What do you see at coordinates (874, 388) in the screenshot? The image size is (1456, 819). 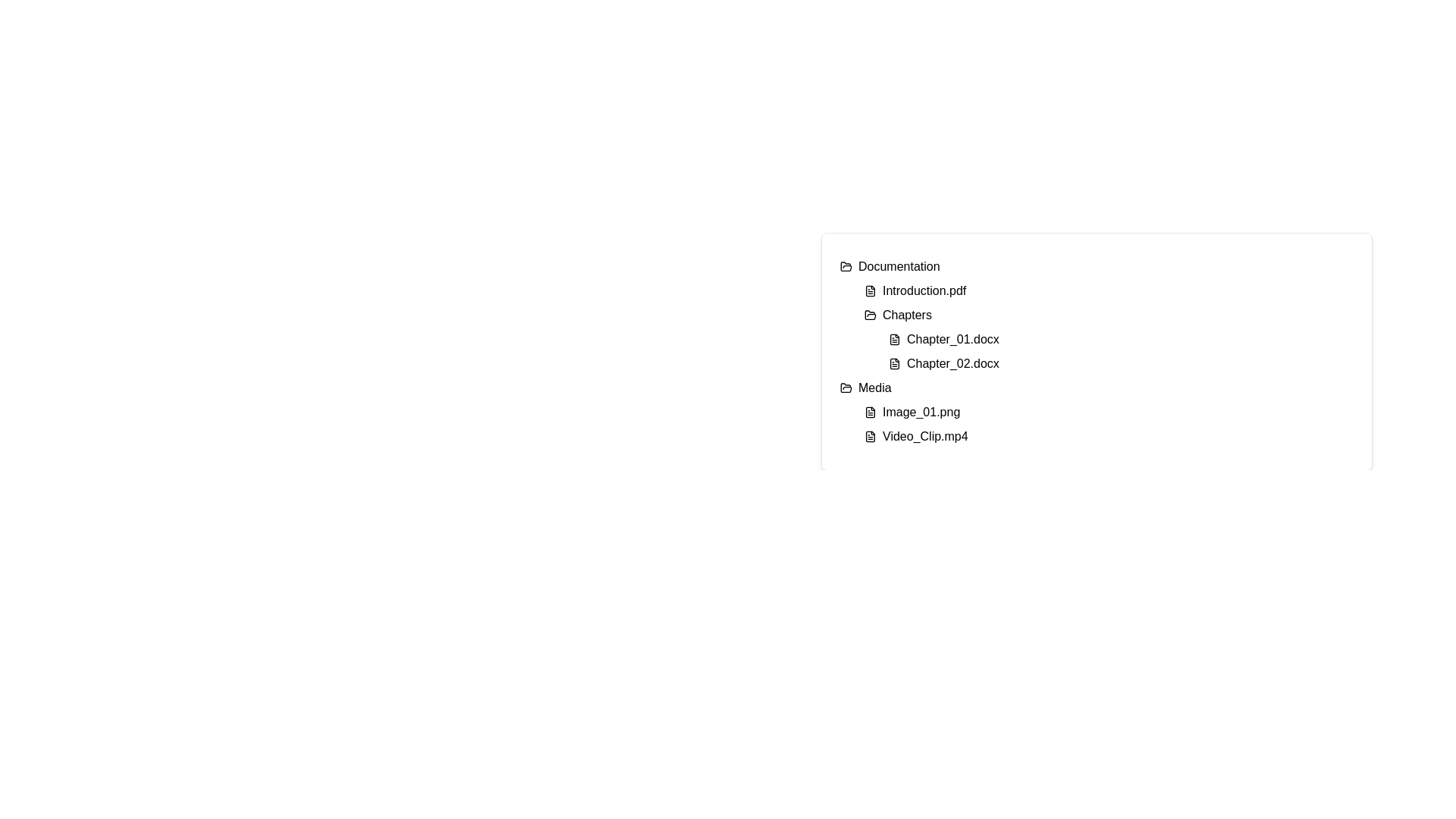 I see `the text label displaying 'Media' located under the 'Media' folder in the hierarchical tree structure on the right side of the interface` at bounding box center [874, 388].